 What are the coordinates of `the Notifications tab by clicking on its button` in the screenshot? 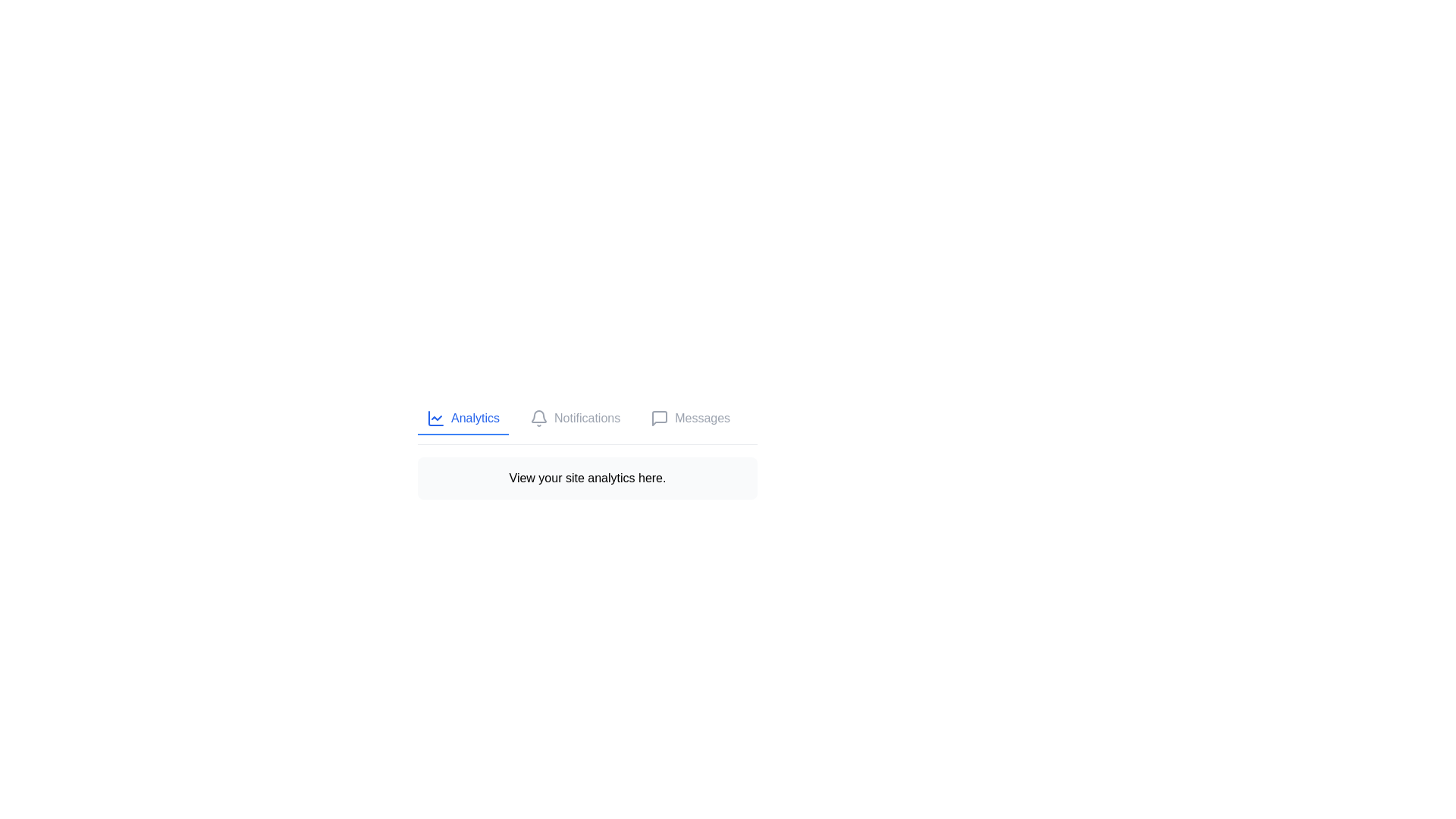 It's located at (574, 419).